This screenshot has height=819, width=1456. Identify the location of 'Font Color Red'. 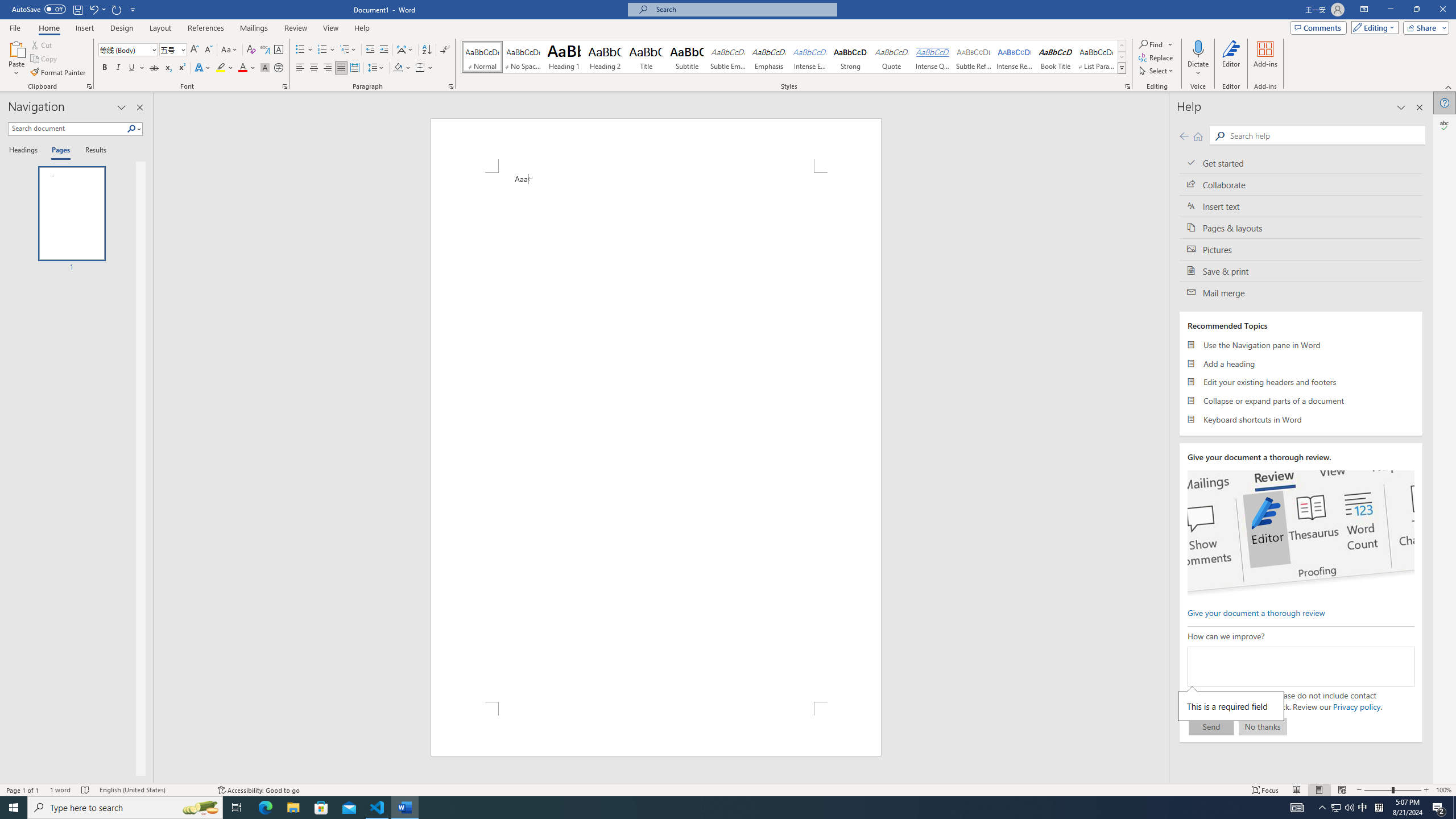
(242, 67).